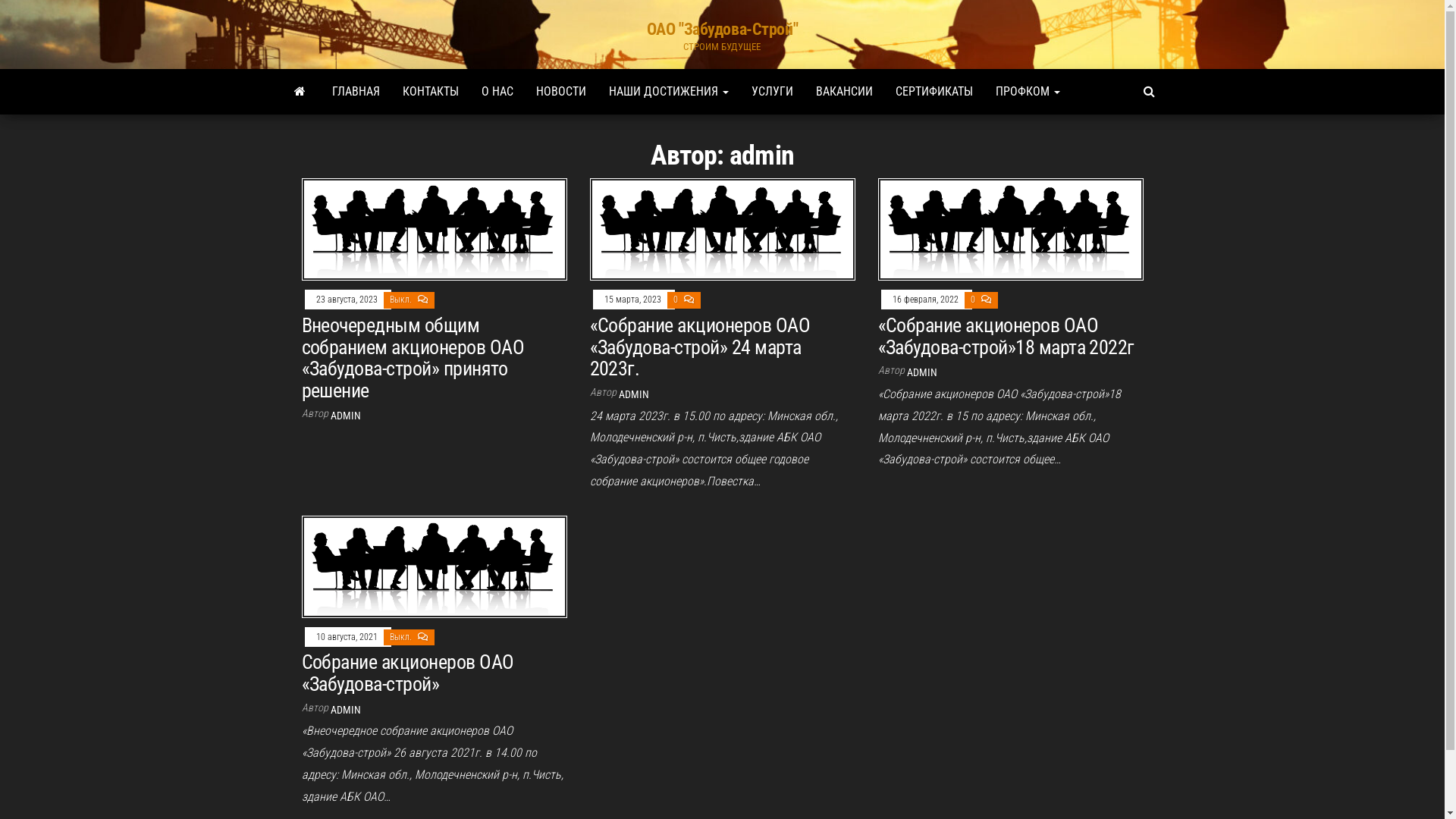 Image resolution: width=1456 pixels, height=819 pixels. Describe the element at coordinates (633, 394) in the screenshot. I see `'ADMIN'` at that location.